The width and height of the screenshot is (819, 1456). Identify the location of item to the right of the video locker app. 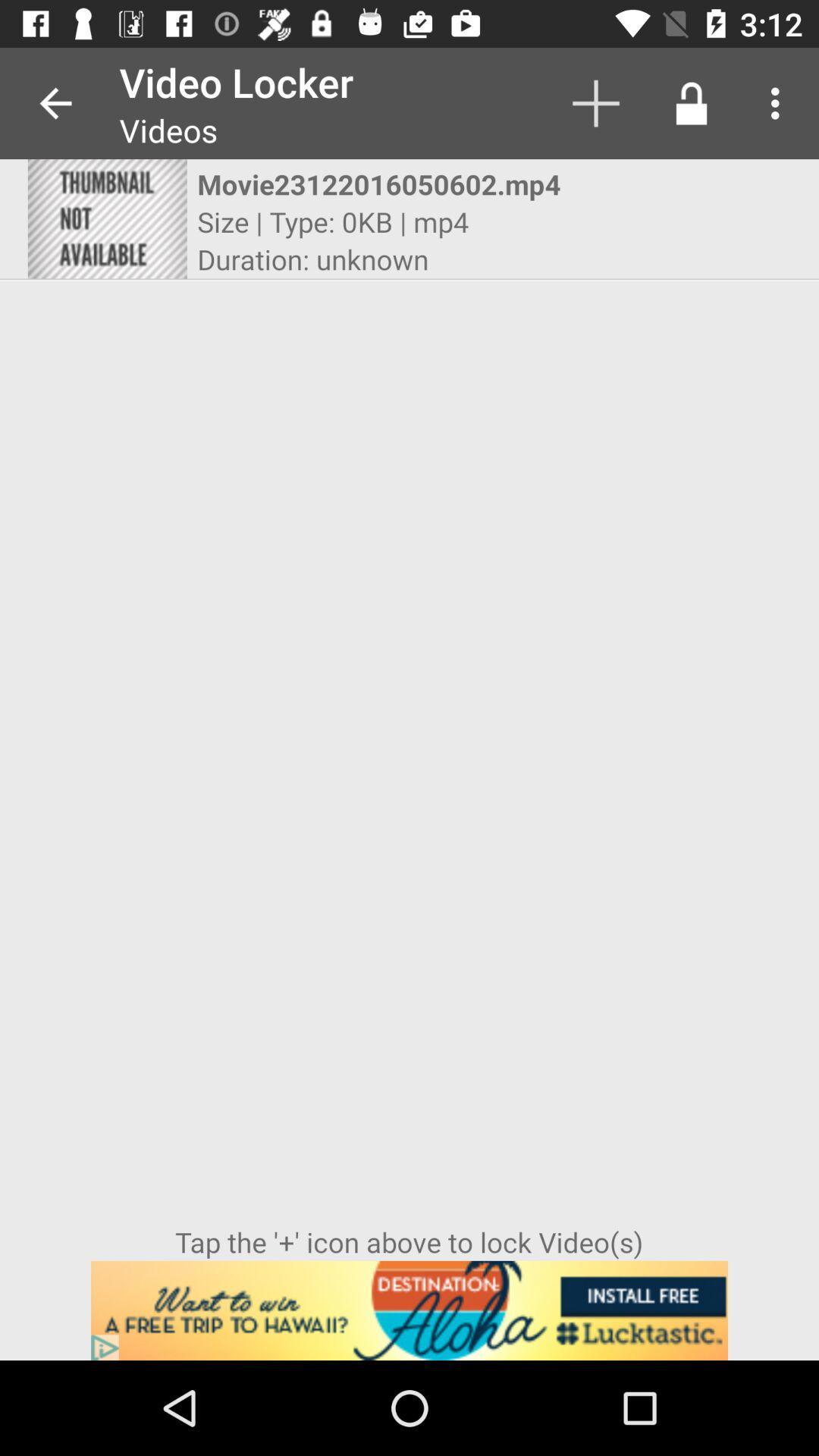
(595, 102).